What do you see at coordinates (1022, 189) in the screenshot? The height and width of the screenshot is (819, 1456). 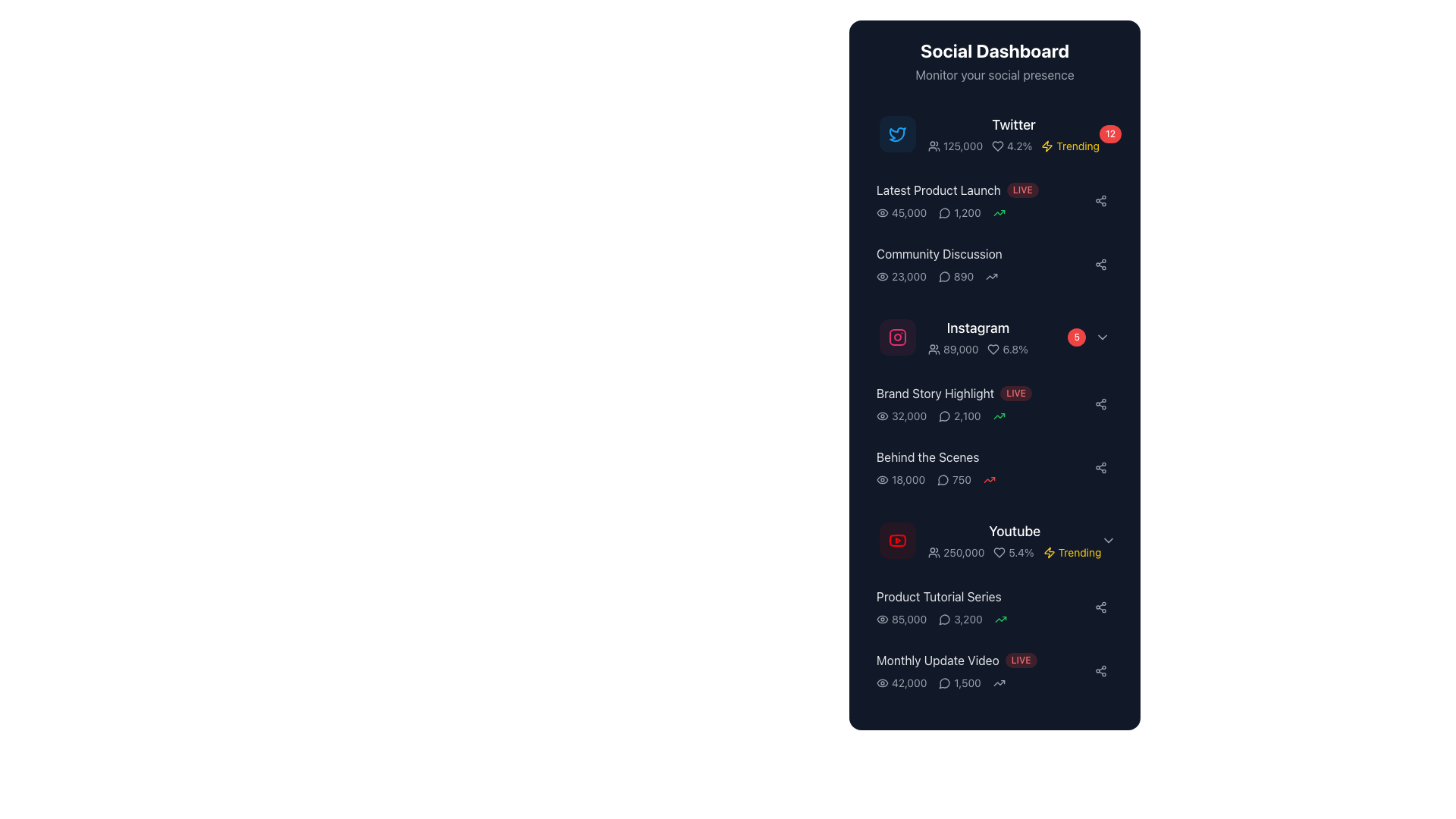 I see `the 'LIVE' badge, which is a rounded rectangle shape with a bold light red text on a dark background, located to the right of 'Latest Product Launch' in the 'Social Dashboard' section` at bounding box center [1022, 189].